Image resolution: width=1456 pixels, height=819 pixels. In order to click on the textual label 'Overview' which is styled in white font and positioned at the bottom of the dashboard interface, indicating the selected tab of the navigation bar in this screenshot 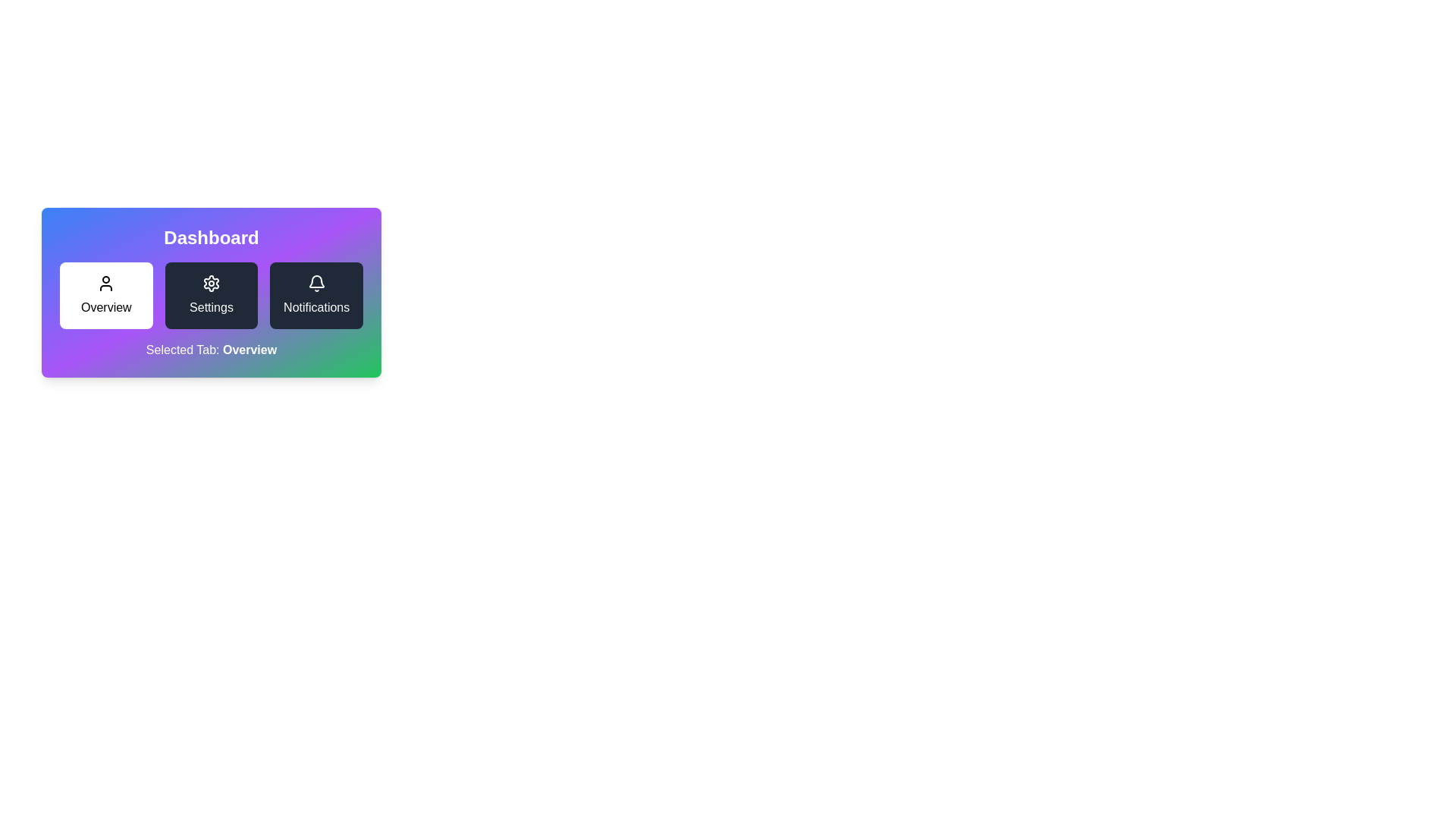, I will do `click(249, 350)`.